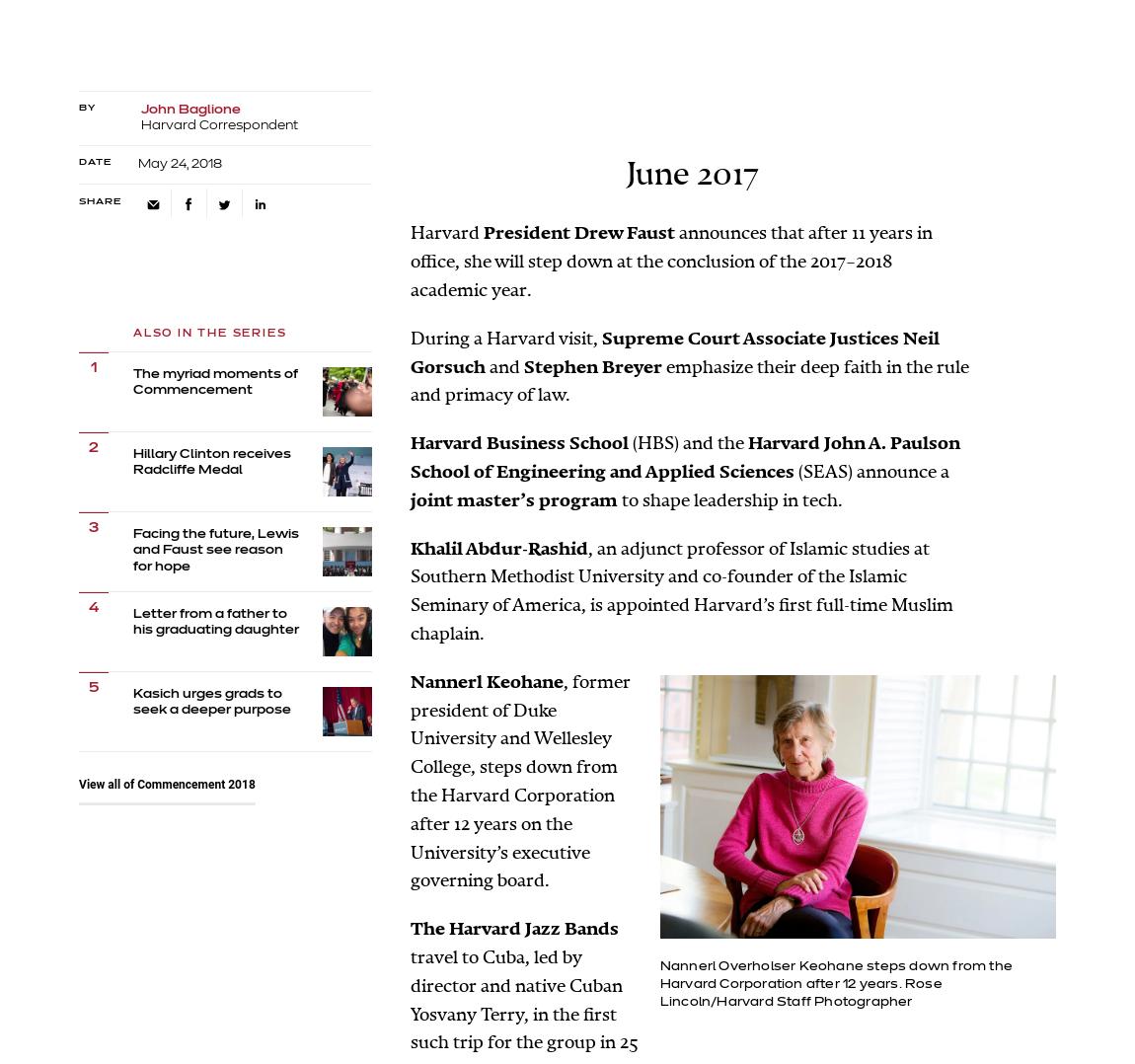 The height and width of the screenshot is (1064, 1135). I want to click on 'June 2017', so click(690, 173).